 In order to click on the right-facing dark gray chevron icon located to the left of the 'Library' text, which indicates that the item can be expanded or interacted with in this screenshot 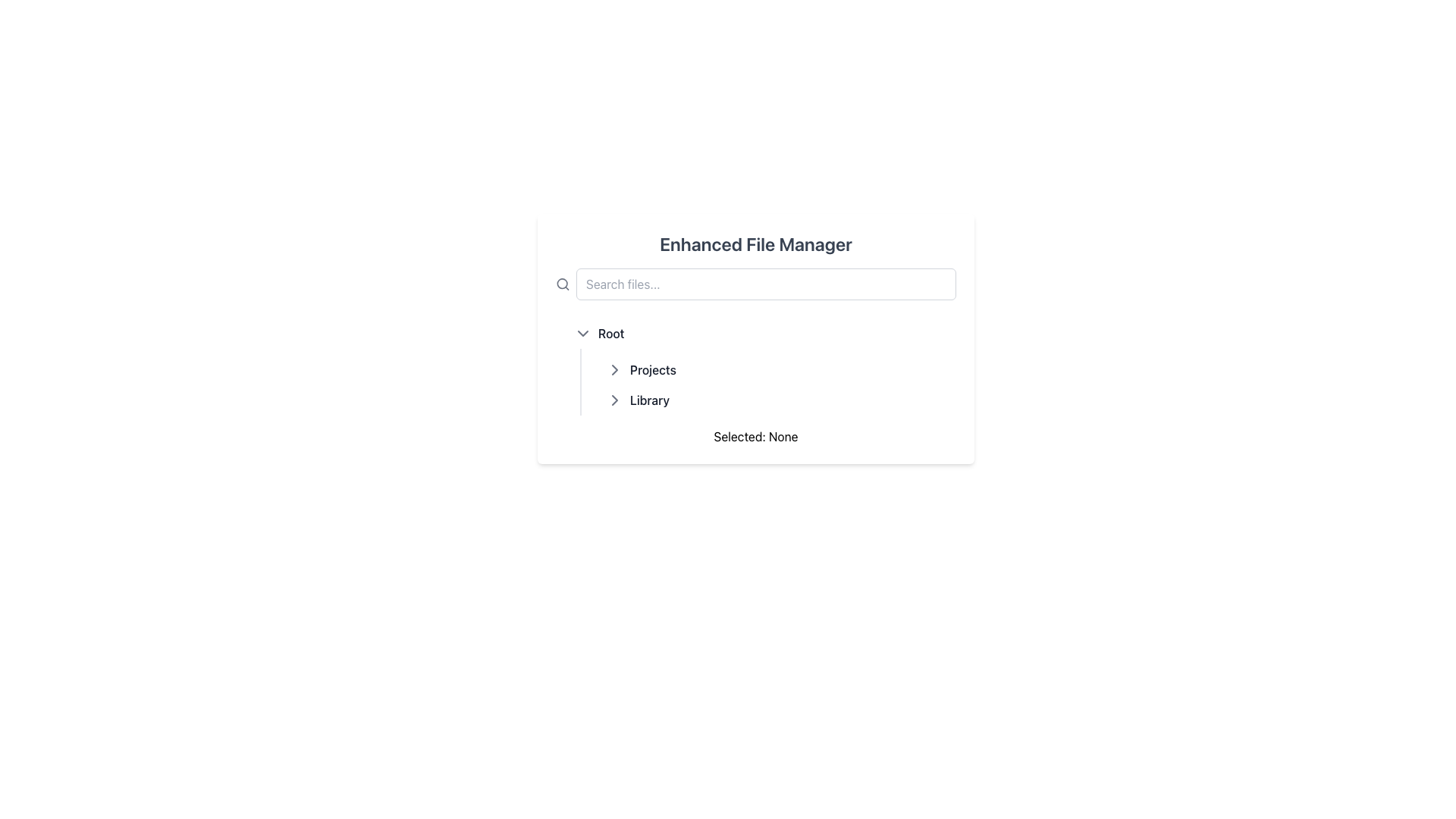, I will do `click(615, 400)`.